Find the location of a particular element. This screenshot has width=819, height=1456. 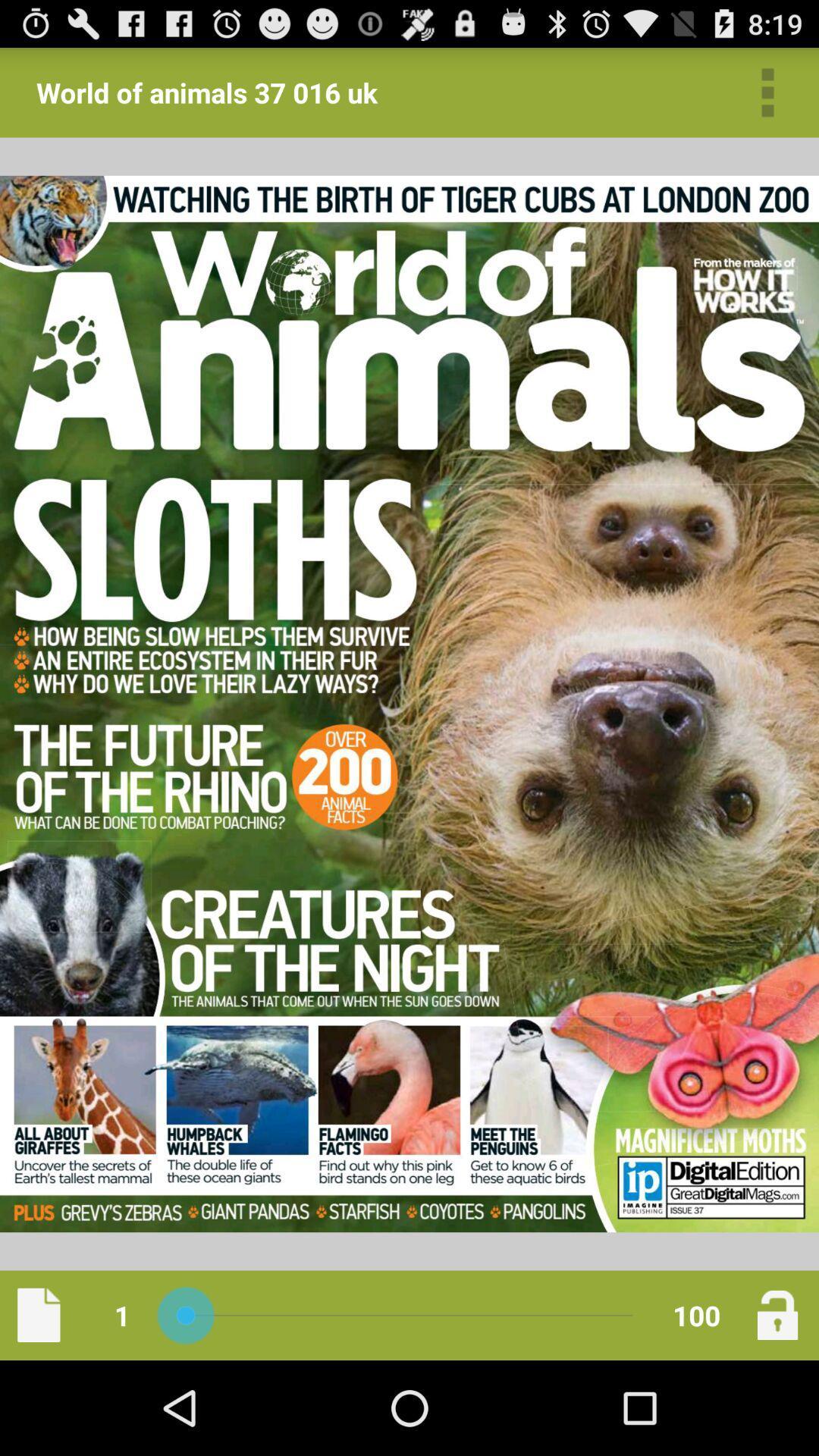

lock the page your on is located at coordinates (777, 1314).